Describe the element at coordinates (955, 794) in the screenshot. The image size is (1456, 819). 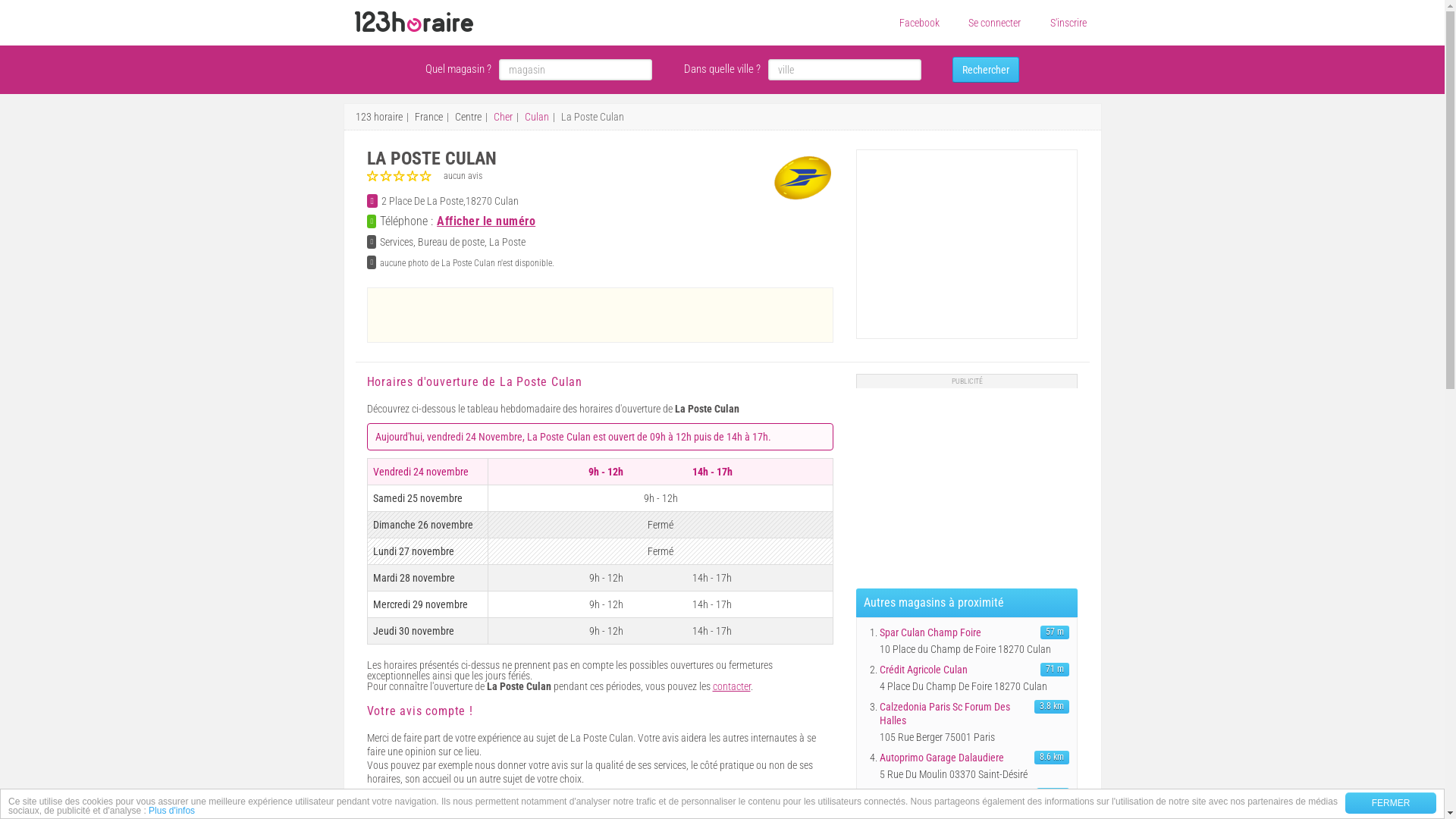
I see `'U Express Le Chatelet En Berry'` at that location.